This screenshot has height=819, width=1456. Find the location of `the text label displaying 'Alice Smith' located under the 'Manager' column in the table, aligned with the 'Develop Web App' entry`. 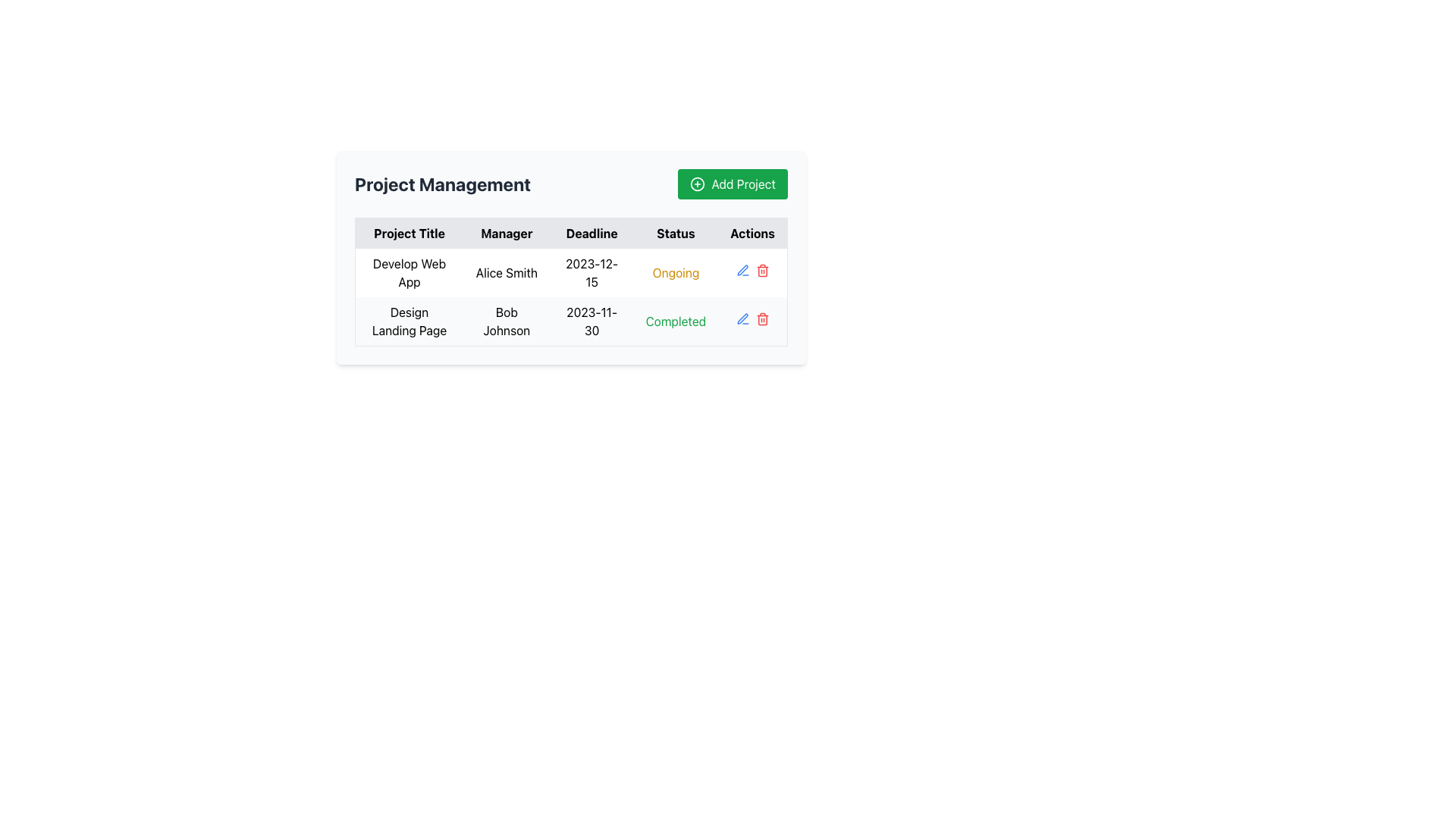

the text label displaying 'Alice Smith' located under the 'Manager' column in the table, aligned with the 'Develop Web App' entry is located at coordinates (507, 271).